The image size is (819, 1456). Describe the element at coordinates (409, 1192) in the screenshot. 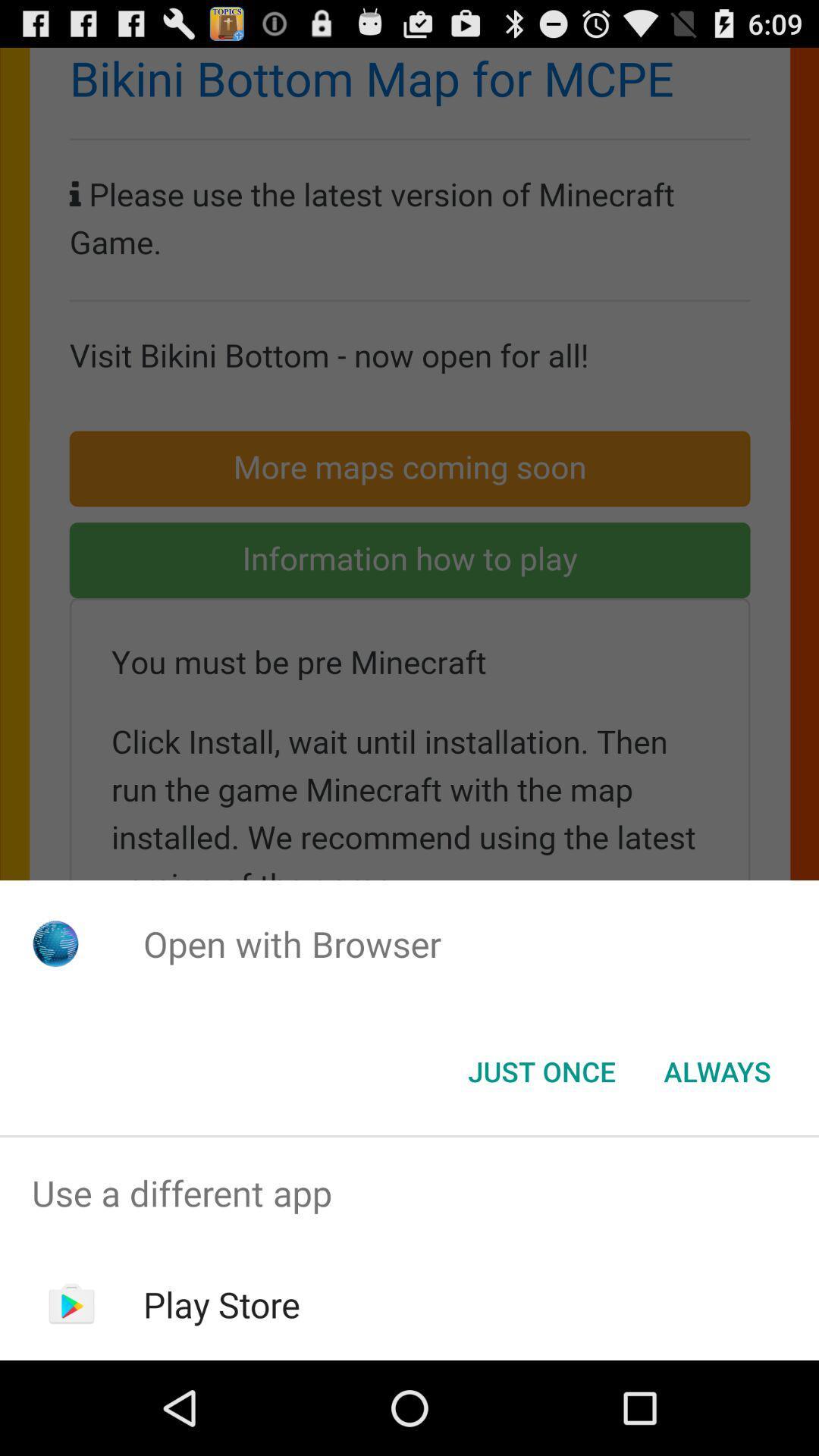

I see `the use a different` at that location.